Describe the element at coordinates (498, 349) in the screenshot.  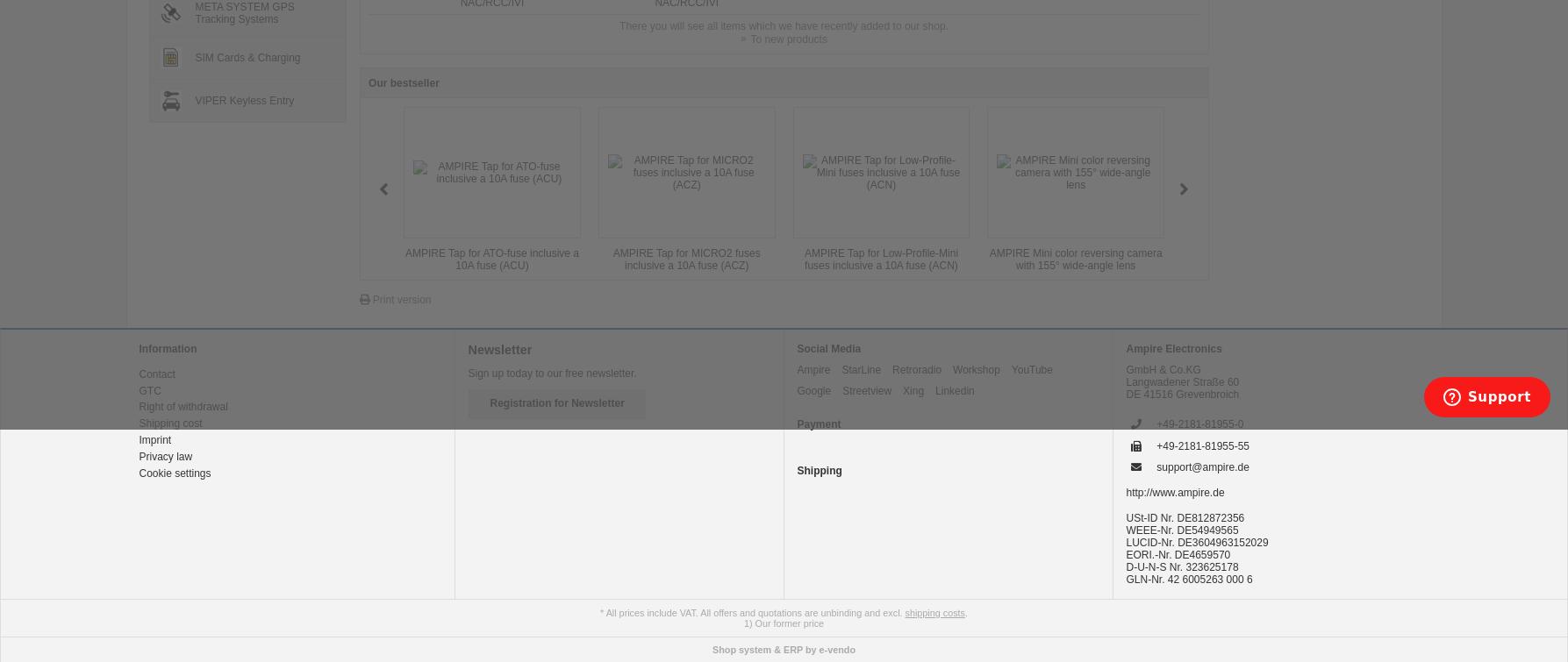
I see `'Newsletter'` at that location.